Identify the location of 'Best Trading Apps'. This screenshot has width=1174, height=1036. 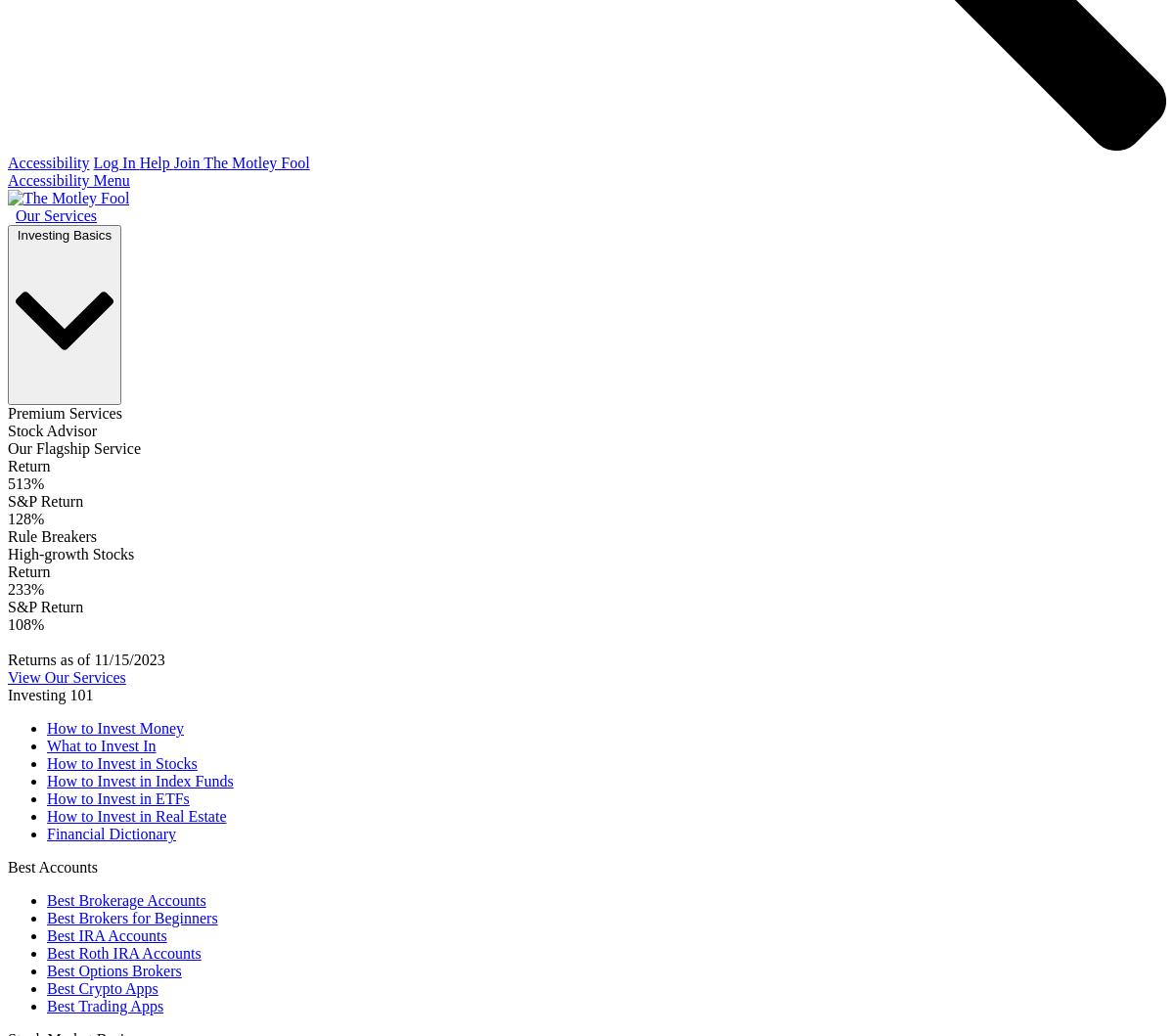
(105, 1005).